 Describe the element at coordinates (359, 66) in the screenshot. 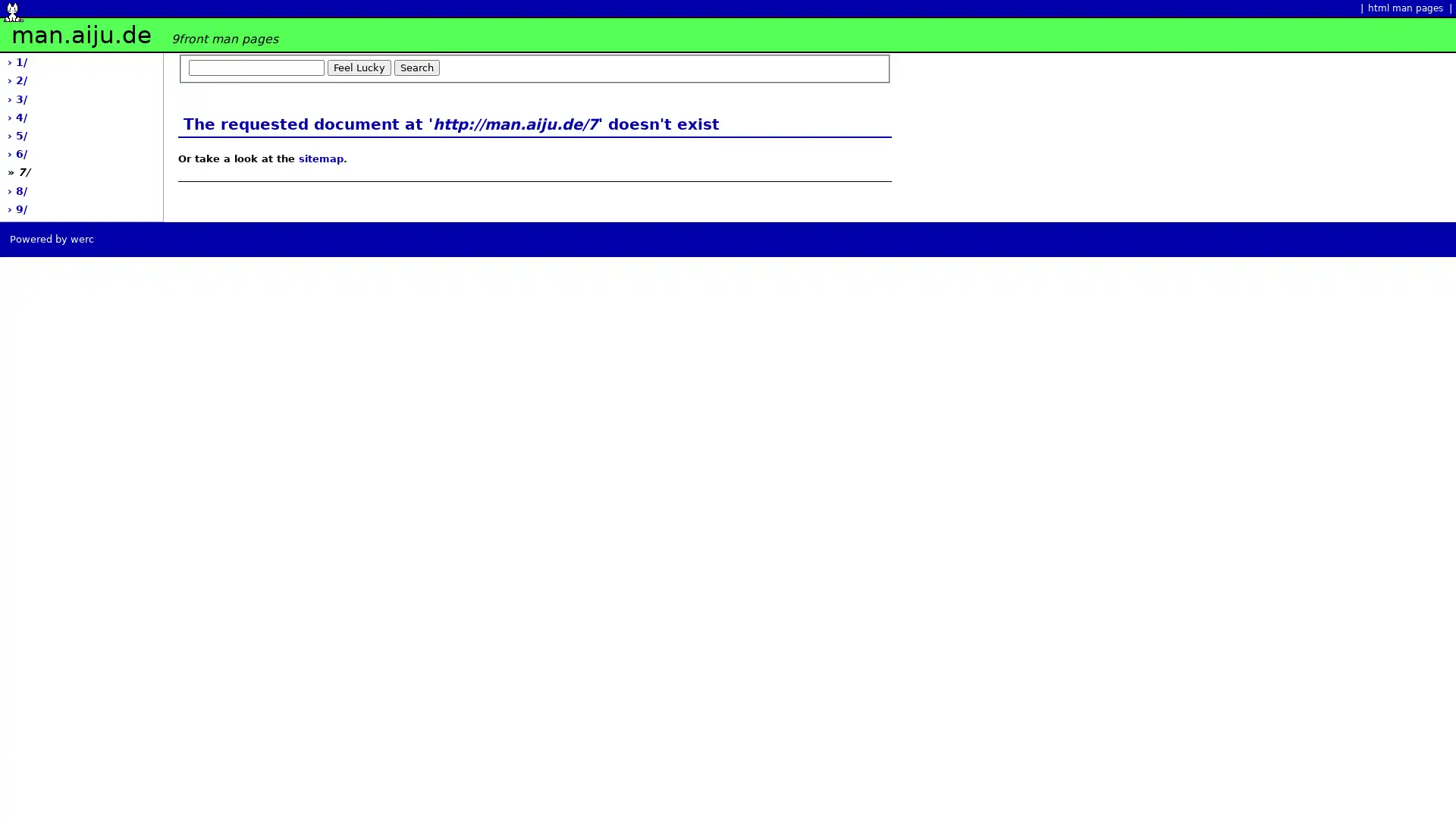

I see `Feel Lucky` at that location.